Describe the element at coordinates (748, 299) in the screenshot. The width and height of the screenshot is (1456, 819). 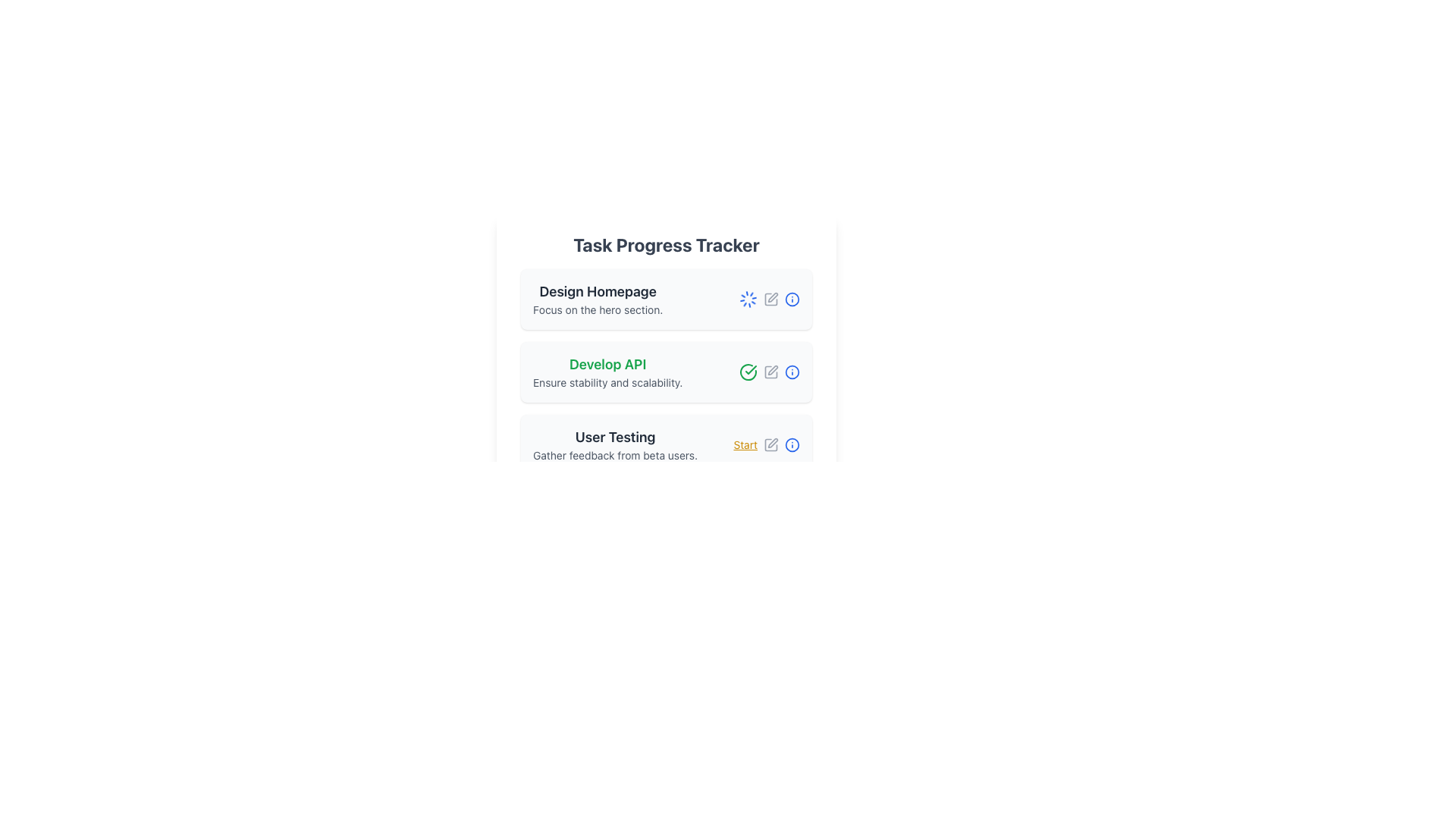
I see `the loading spinner icon indicating an ongoing process in the first task card labeled 'Design Homepage', located on the right side near the edit icon` at that location.